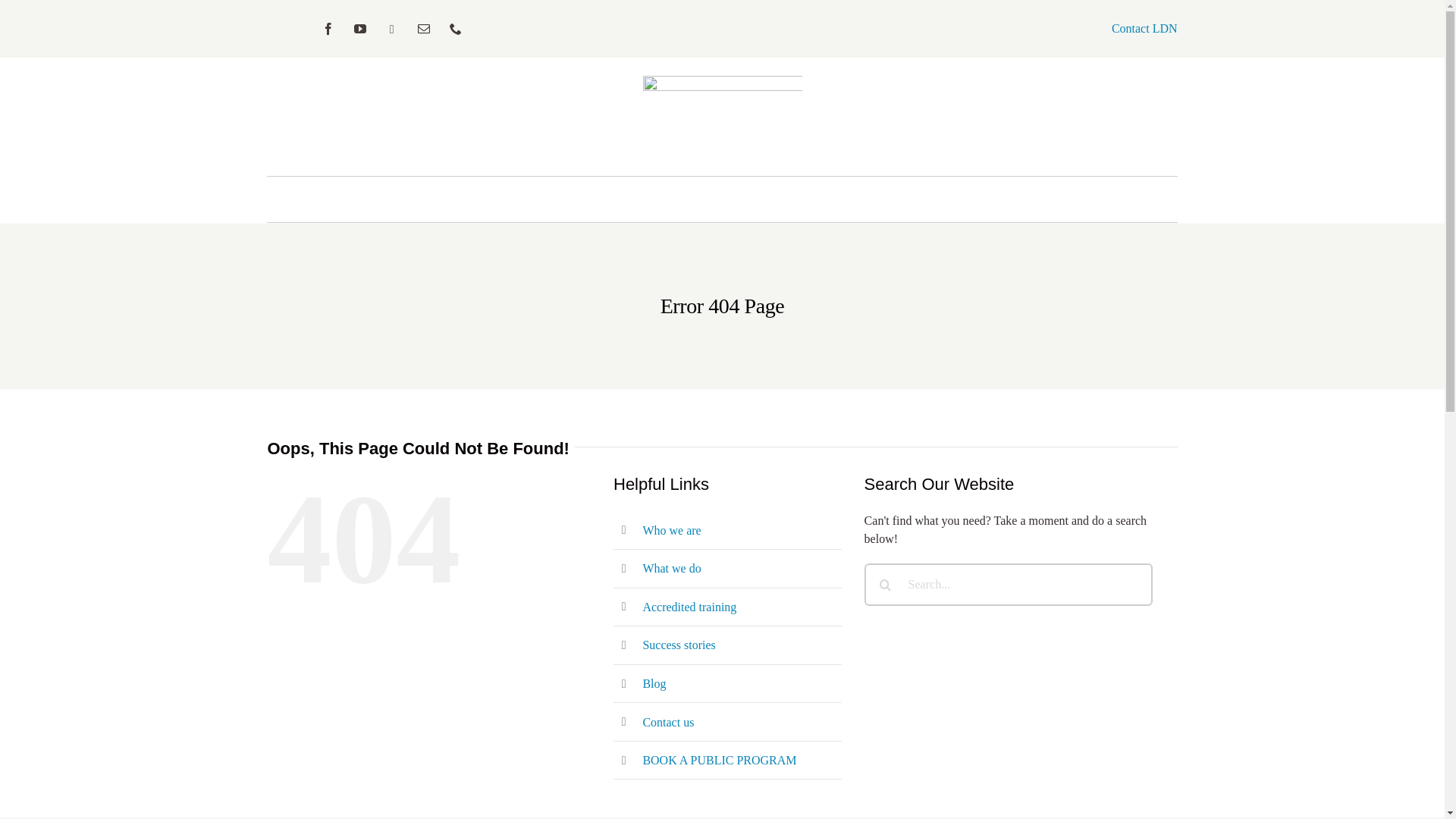 This screenshot has width=1456, height=819. I want to click on 'Contact LDN', so click(1144, 28).